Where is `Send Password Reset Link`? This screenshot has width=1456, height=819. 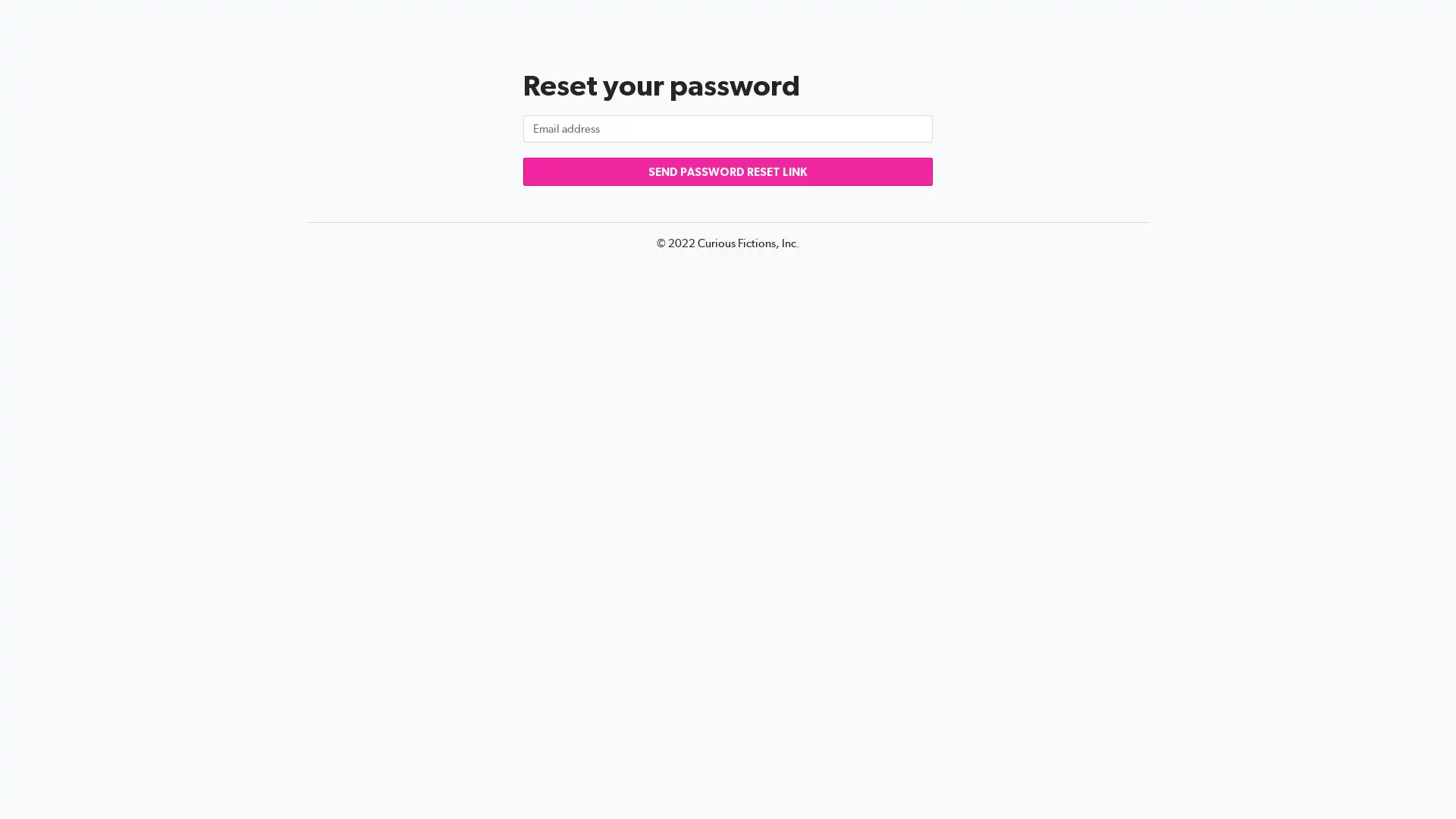
Send Password Reset Link is located at coordinates (728, 171).